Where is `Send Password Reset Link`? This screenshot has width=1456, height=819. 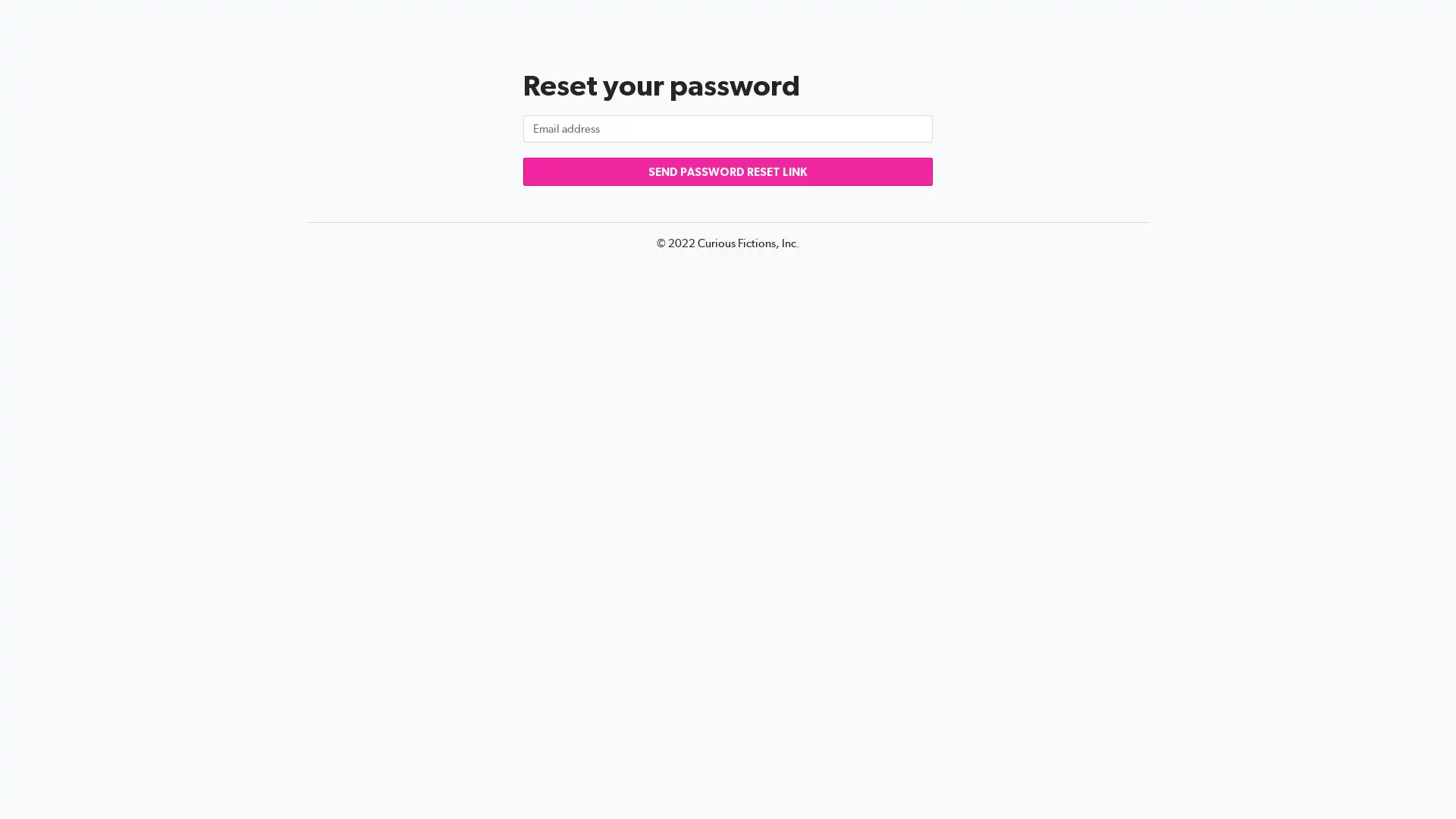
Send Password Reset Link is located at coordinates (728, 171).